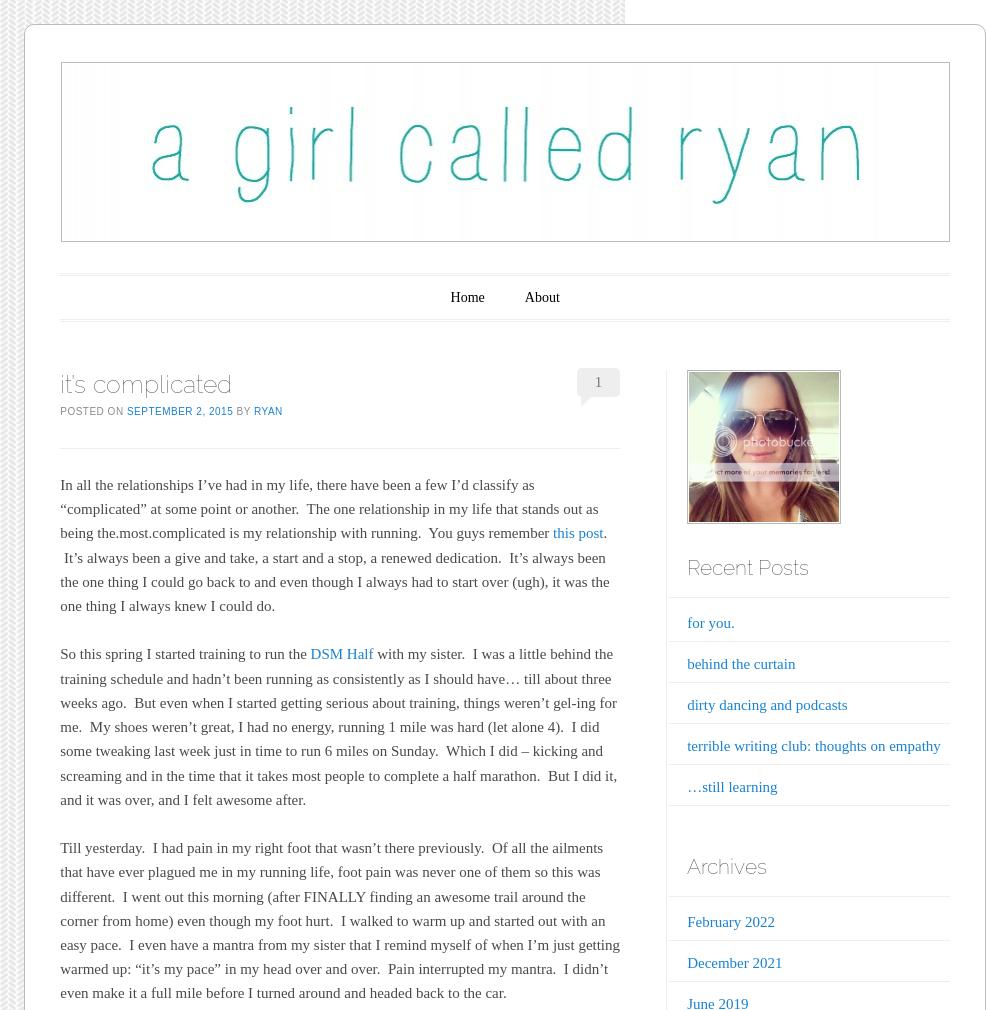 The width and height of the screenshot is (986, 1010). Describe the element at coordinates (686, 962) in the screenshot. I see `'December 2021'` at that location.